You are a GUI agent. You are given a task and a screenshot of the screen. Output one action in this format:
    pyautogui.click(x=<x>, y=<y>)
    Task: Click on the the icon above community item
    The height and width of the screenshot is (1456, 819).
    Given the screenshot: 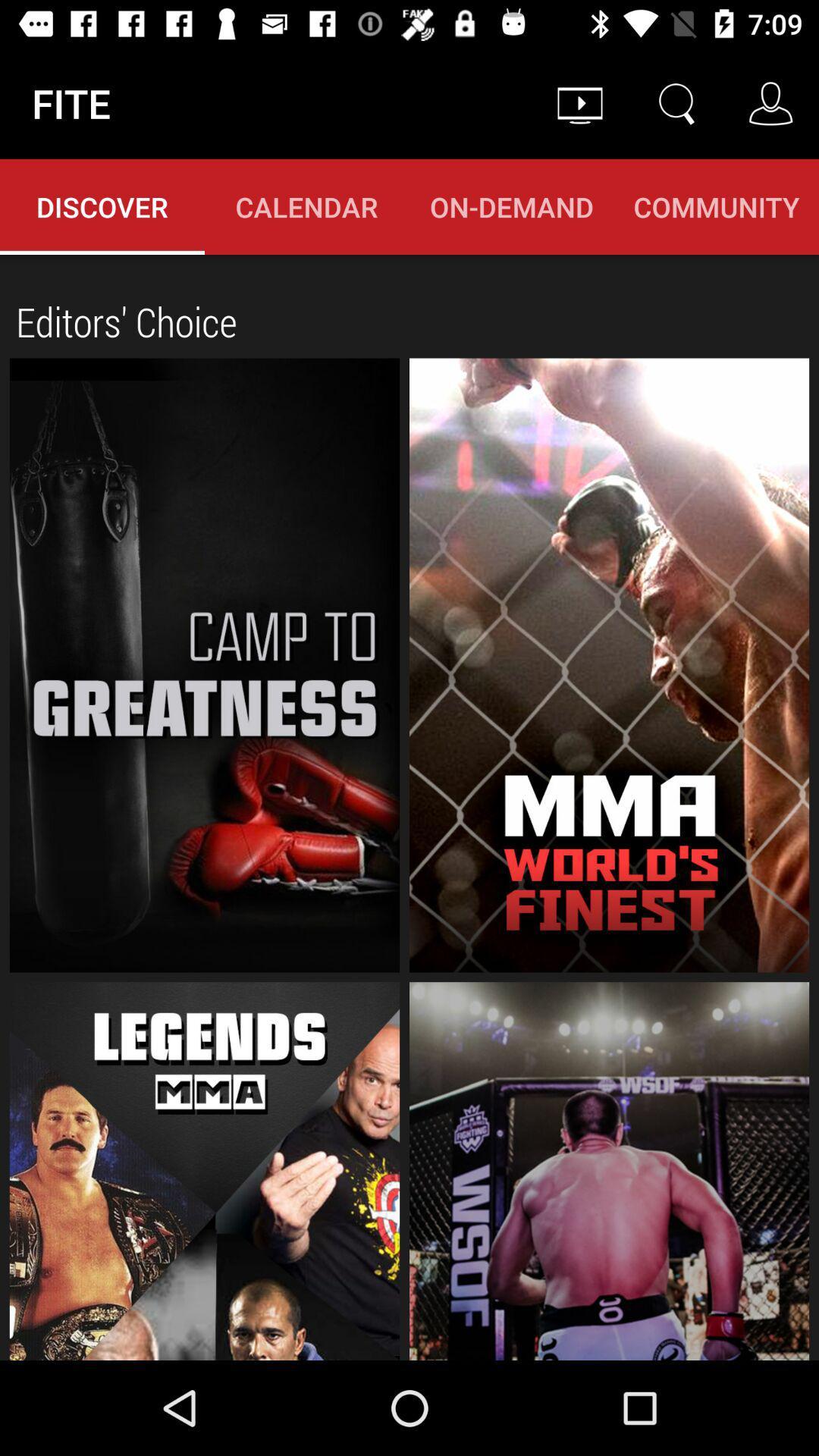 What is the action you would take?
    pyautogui.click(x=771, y=102)
    